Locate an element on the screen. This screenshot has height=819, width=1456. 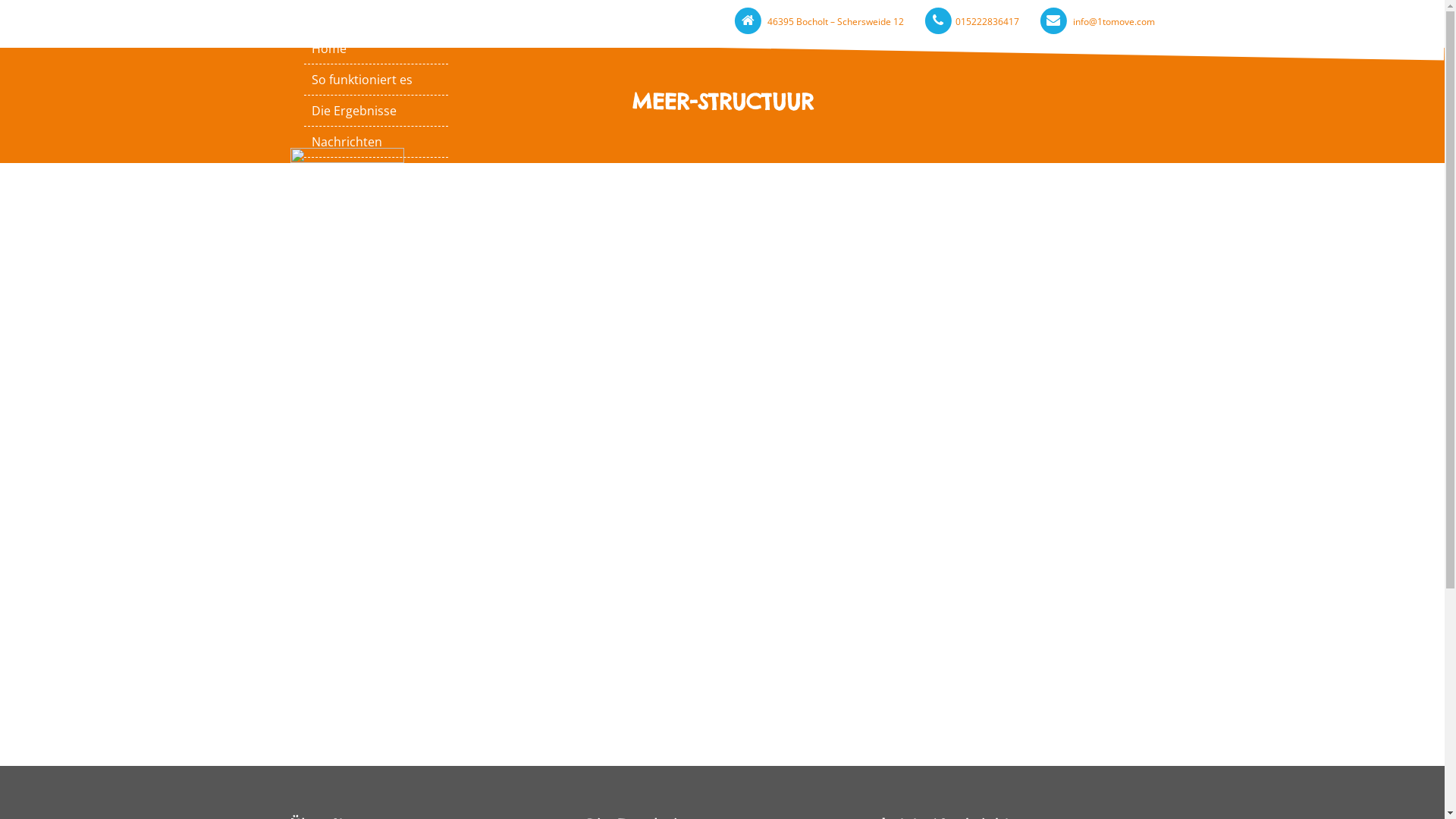
'So funktioniert es' is located at coordinates (375, 79).